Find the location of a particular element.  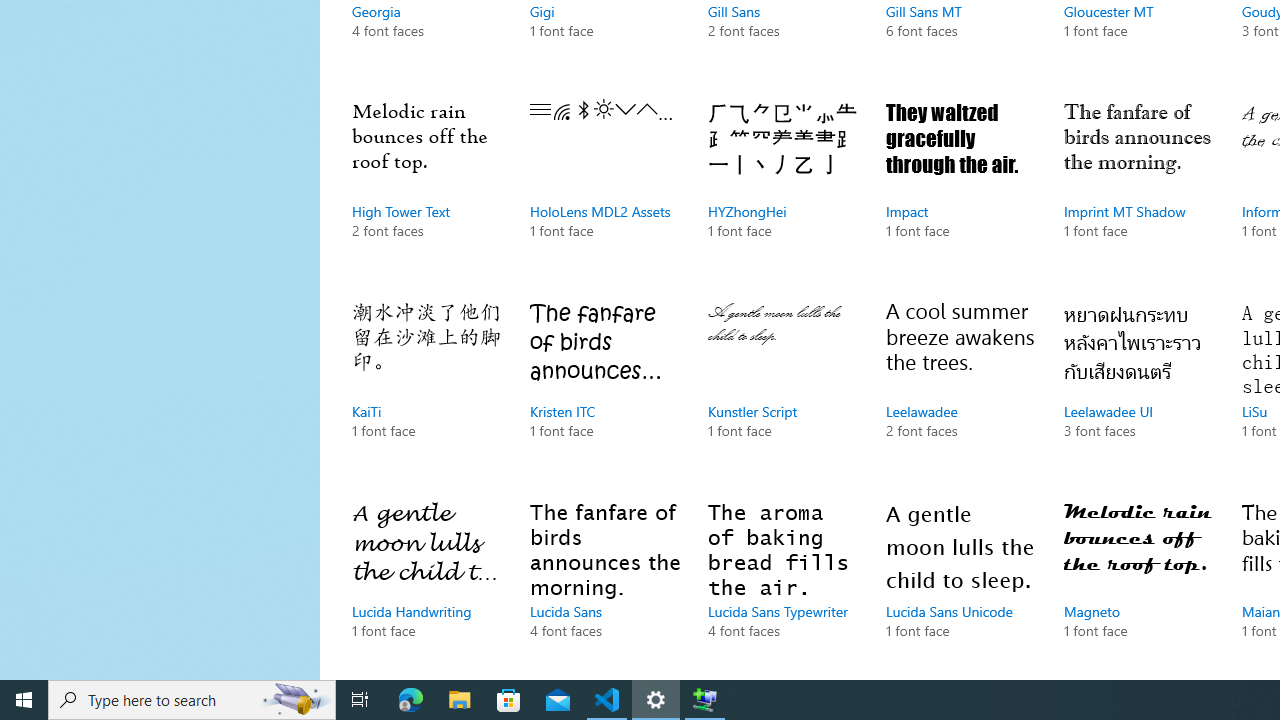

'Magneto, 1 font face' is located at coordinates (1139, 585).